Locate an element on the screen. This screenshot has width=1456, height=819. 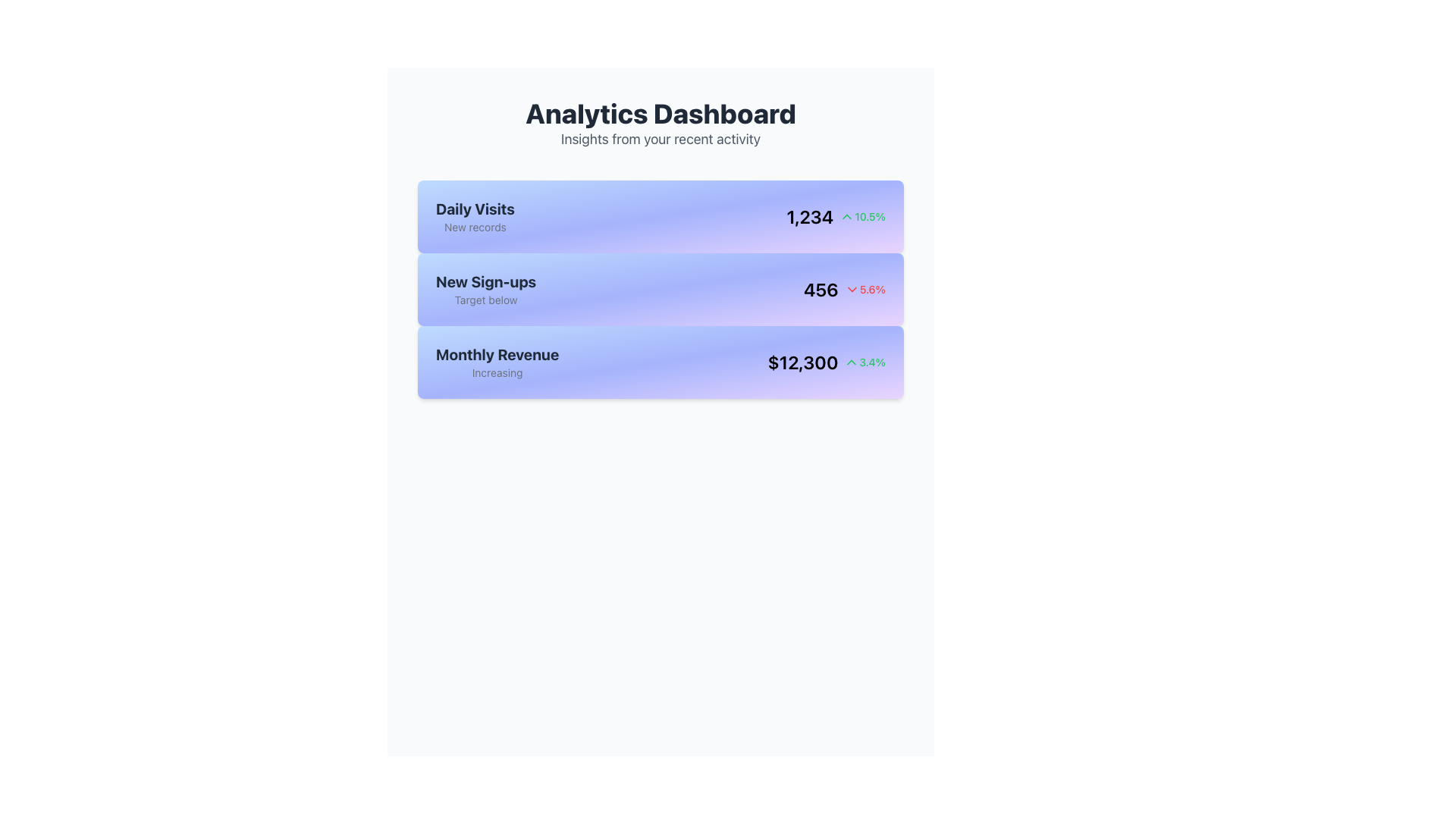
the text label displaying the percentage value '10.5%' located near the top right corner of the first data row in the analytics dashboard is located at coordinates (870, 216).